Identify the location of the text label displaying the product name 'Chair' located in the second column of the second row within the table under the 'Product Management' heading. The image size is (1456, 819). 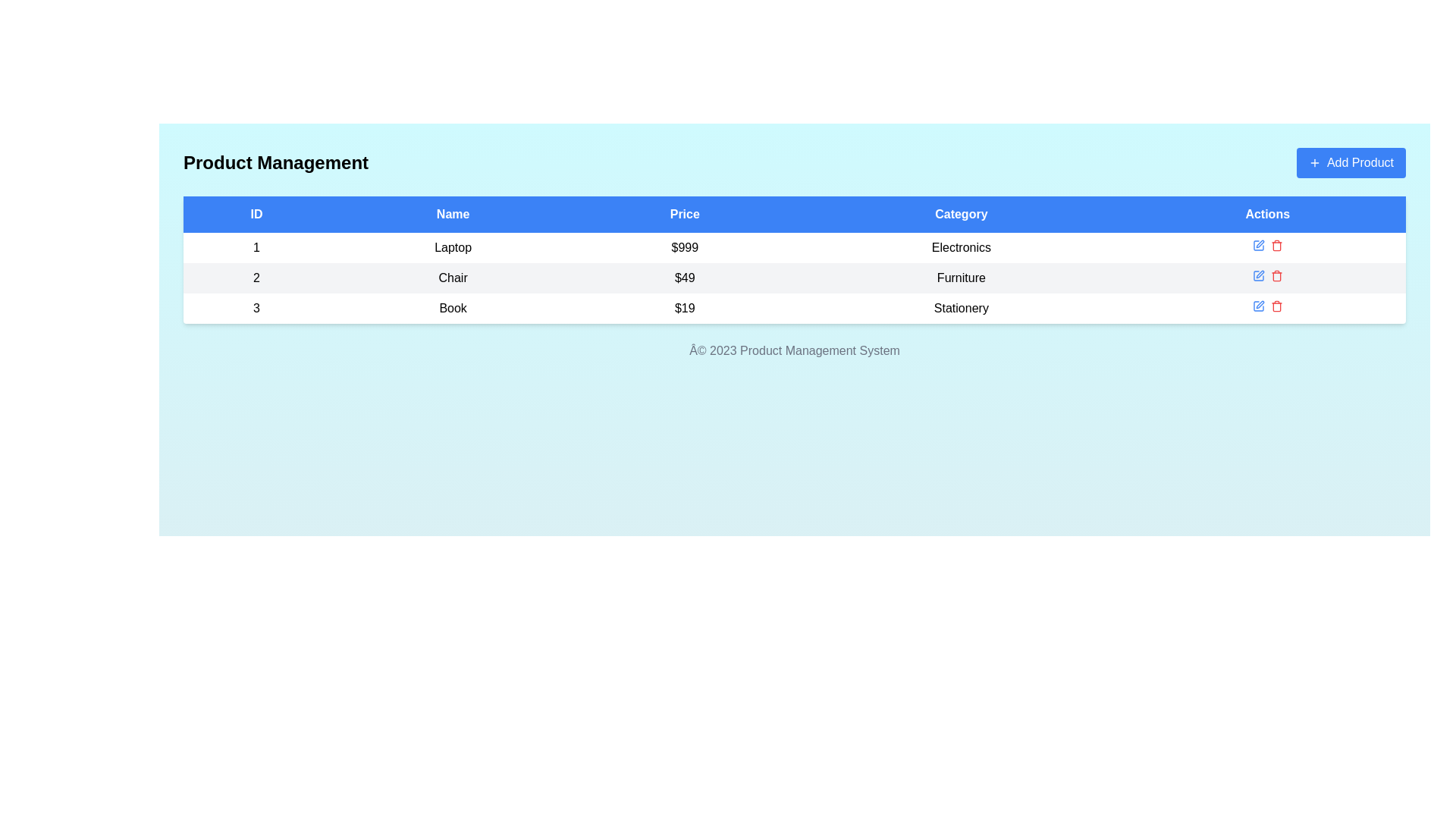
(452, 278).